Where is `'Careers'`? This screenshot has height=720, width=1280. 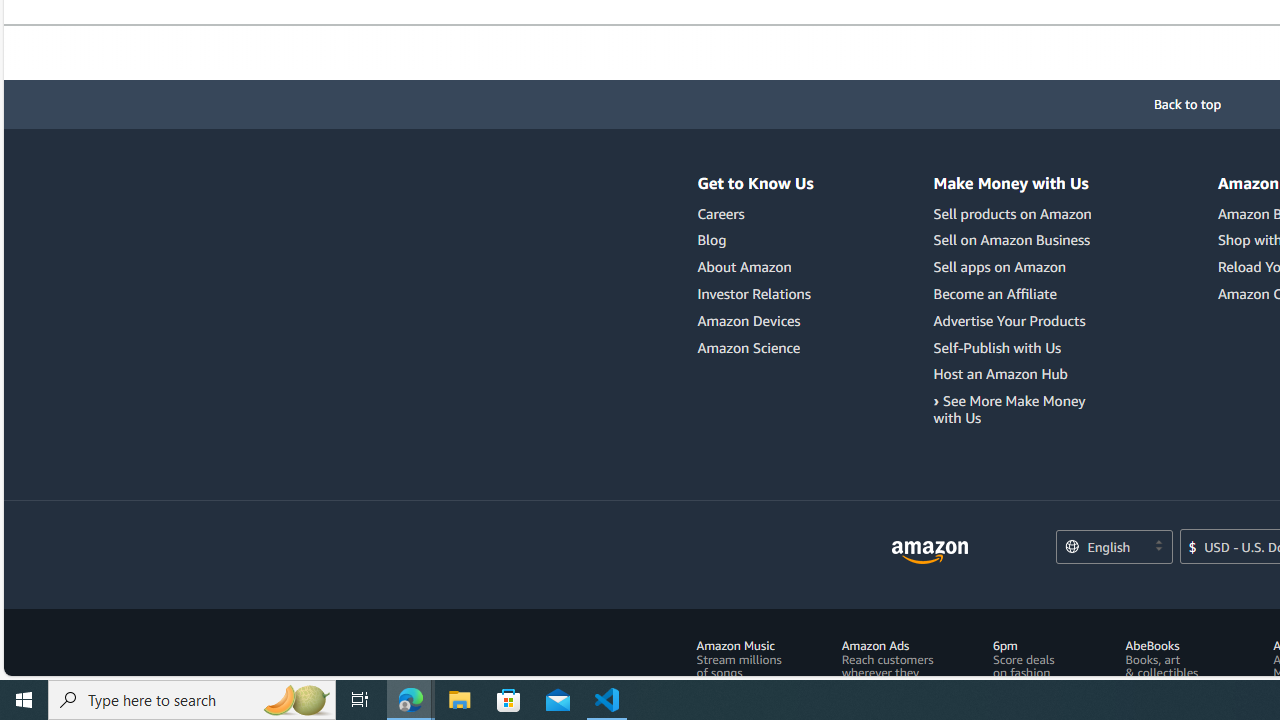 'Careers' is located at coordinates (754, 214).